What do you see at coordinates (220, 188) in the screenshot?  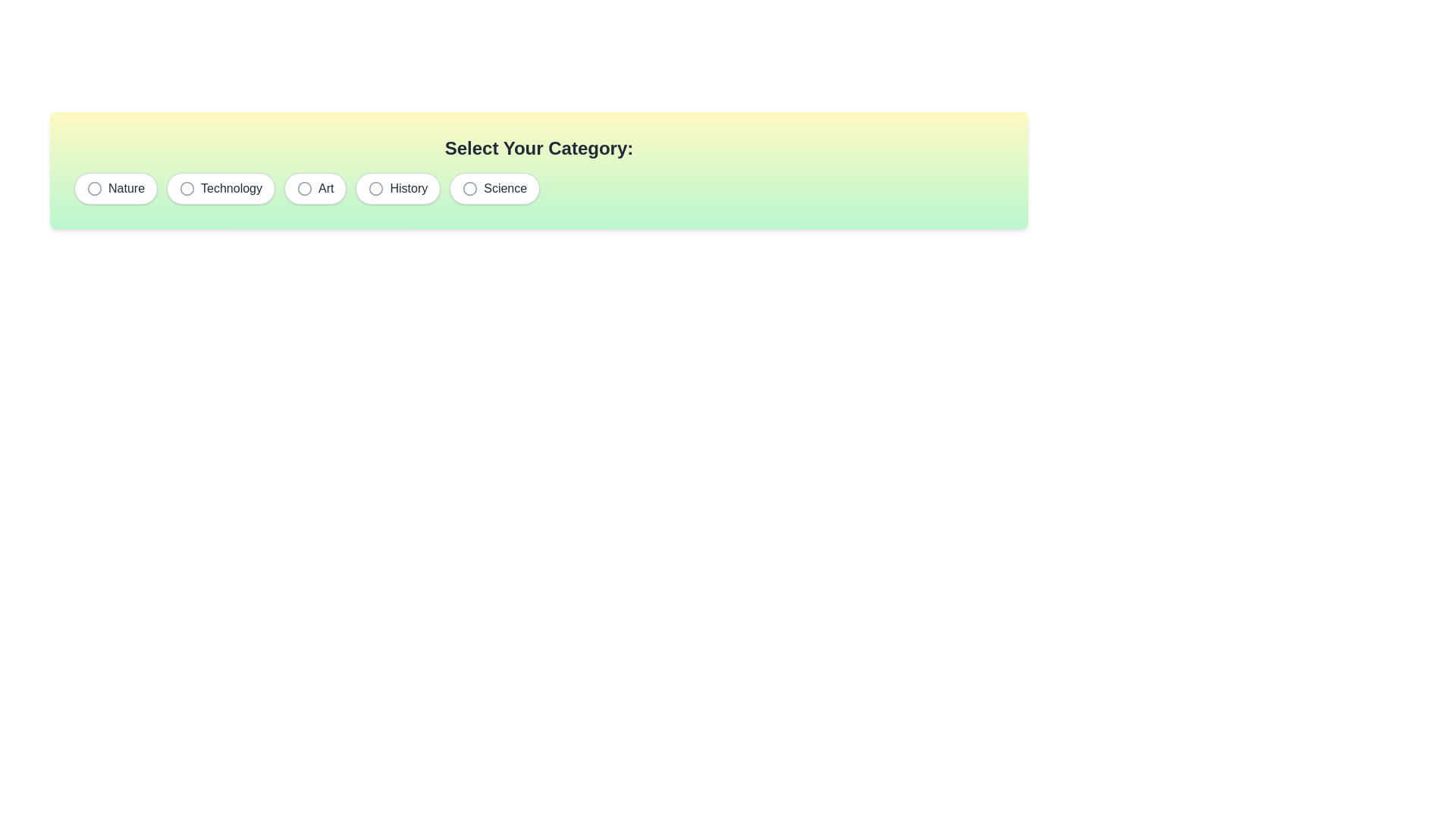 I see `the chip labeled Technology` at bounding box center [220, 188].